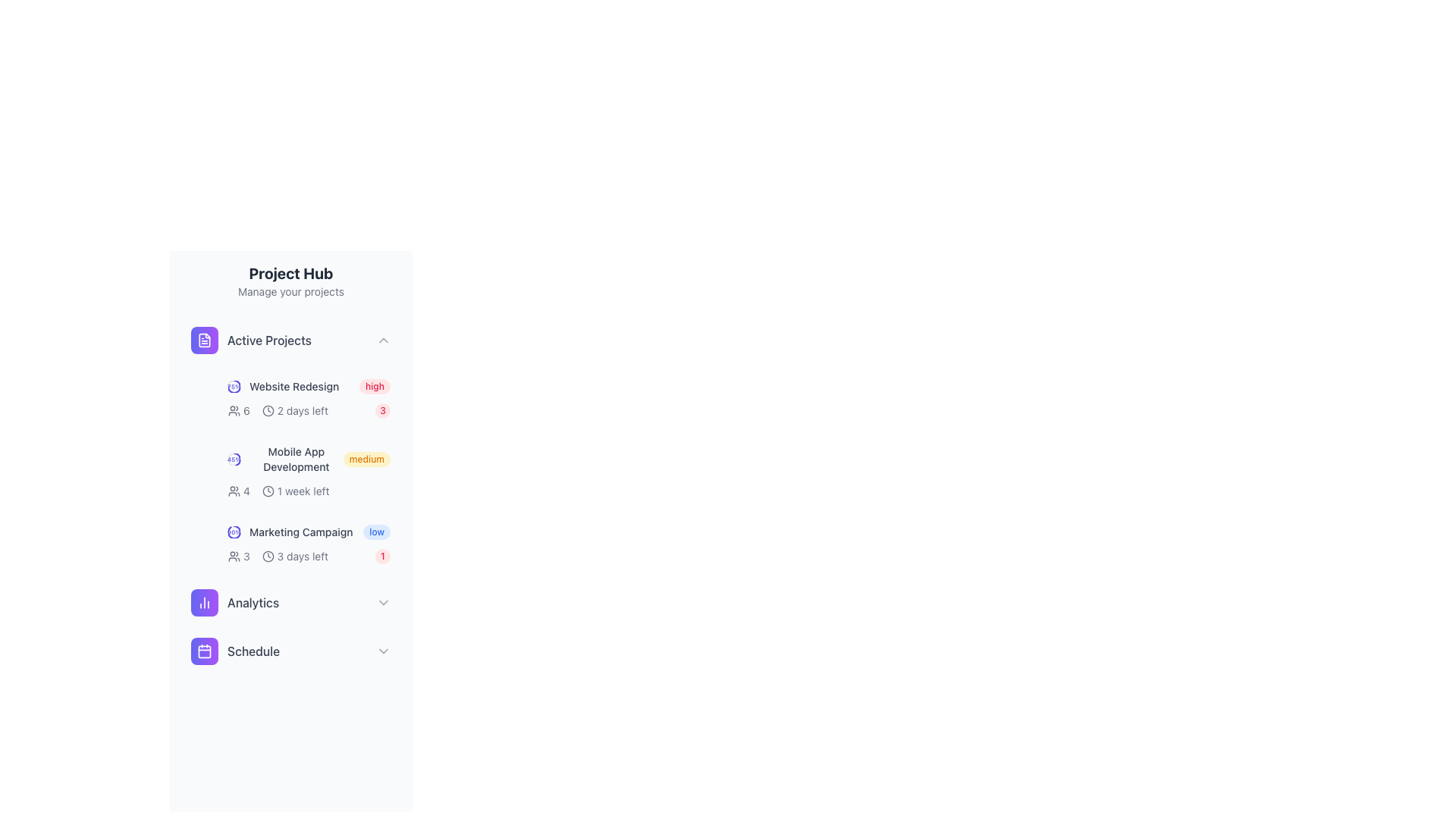 The width and height of the screenshot is (1456, 819). What do you see at coordinates (203, 601) in the screenshot?
I see `the rounded square button with a gradient background transitioning from indigo to purple, which features a white bar chart icon, located to the left of the 'Analytics' text label in the 'Project Hub' sidebar menu` at bounding box center [203, 601].